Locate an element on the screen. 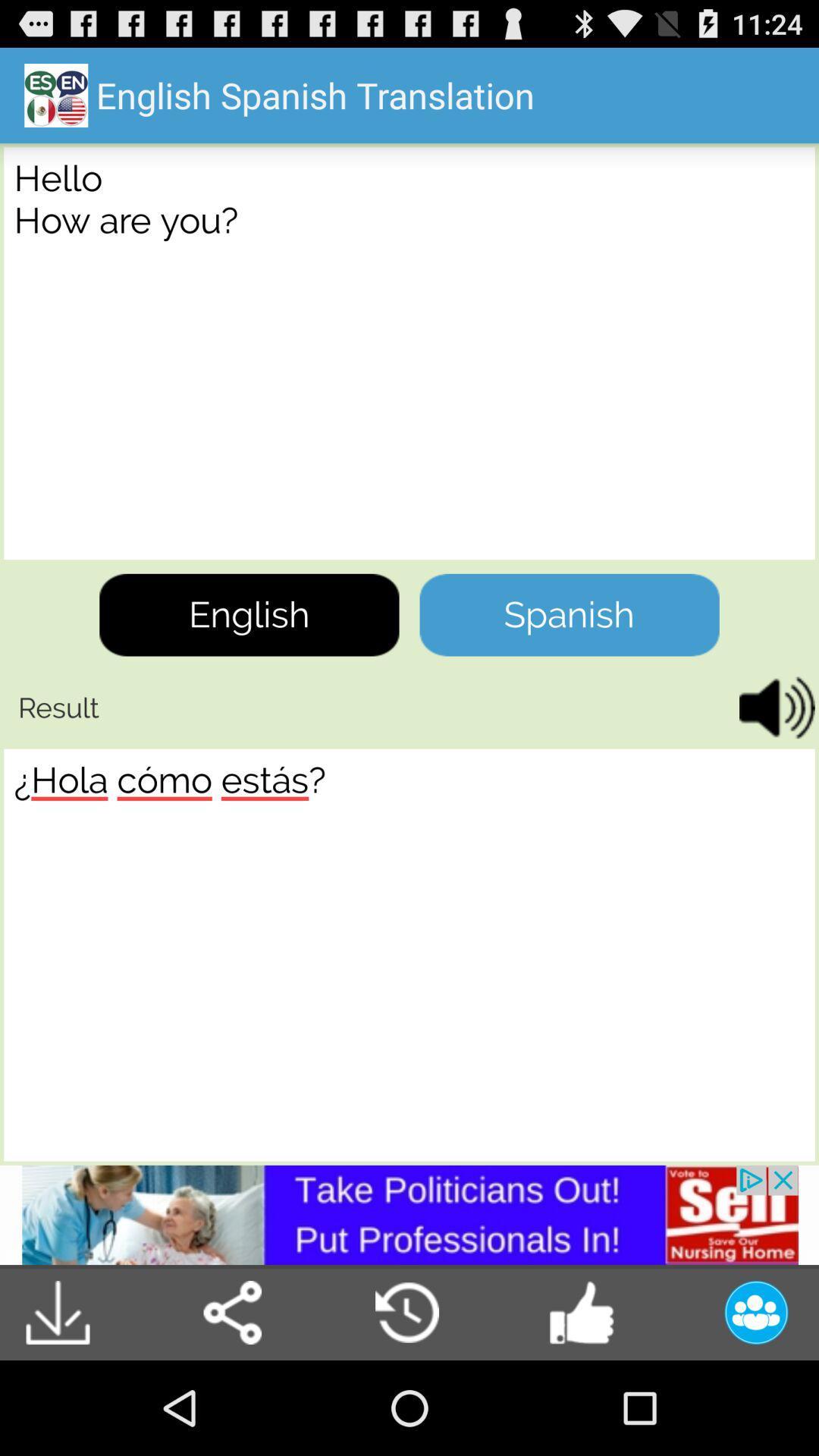  the volume option below spanish is located at coordinates (772, 707).